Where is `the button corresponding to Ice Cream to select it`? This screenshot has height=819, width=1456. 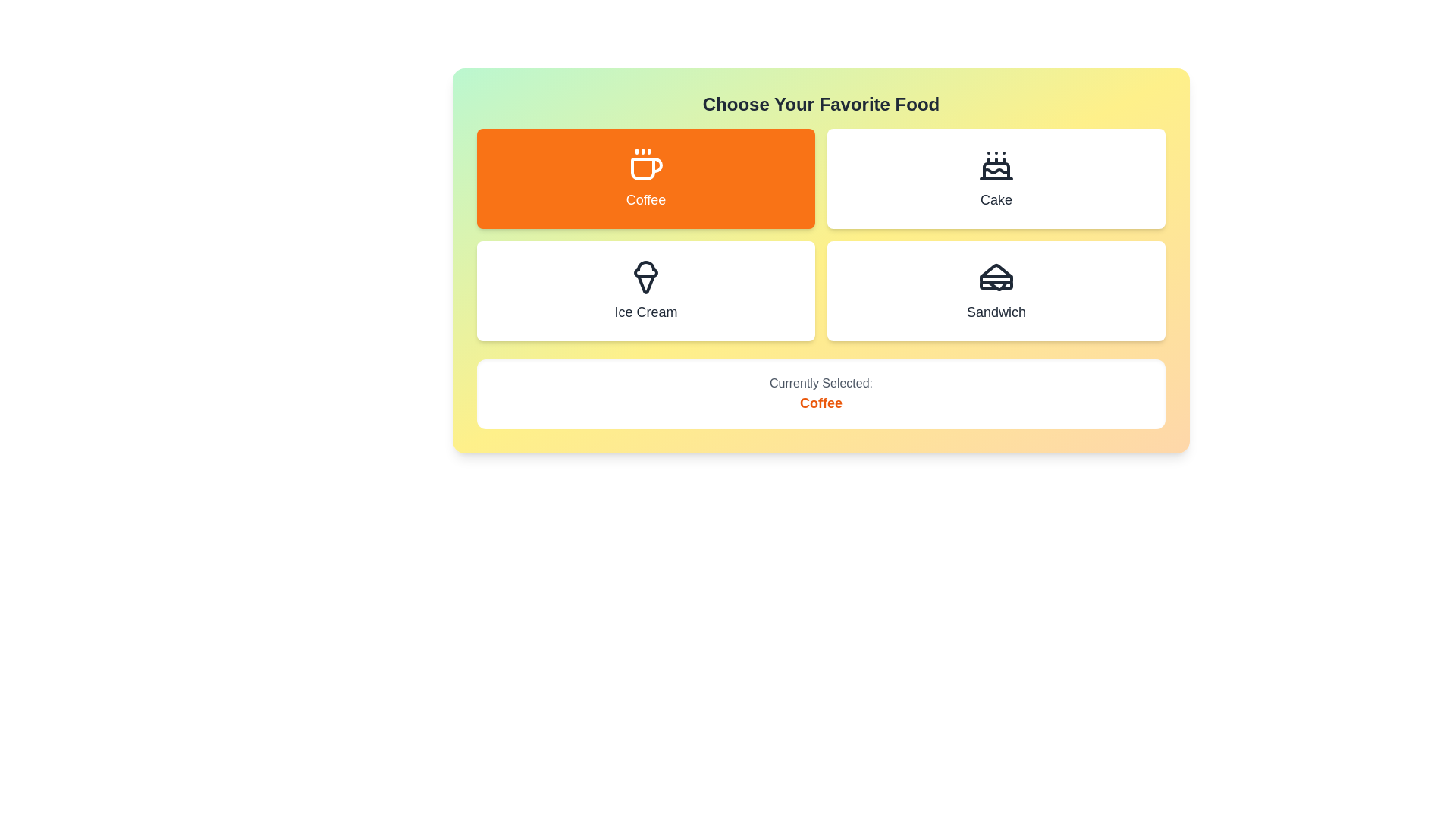
the button corresponding to Ice Cream to select it is located at coordinates (645, 291).